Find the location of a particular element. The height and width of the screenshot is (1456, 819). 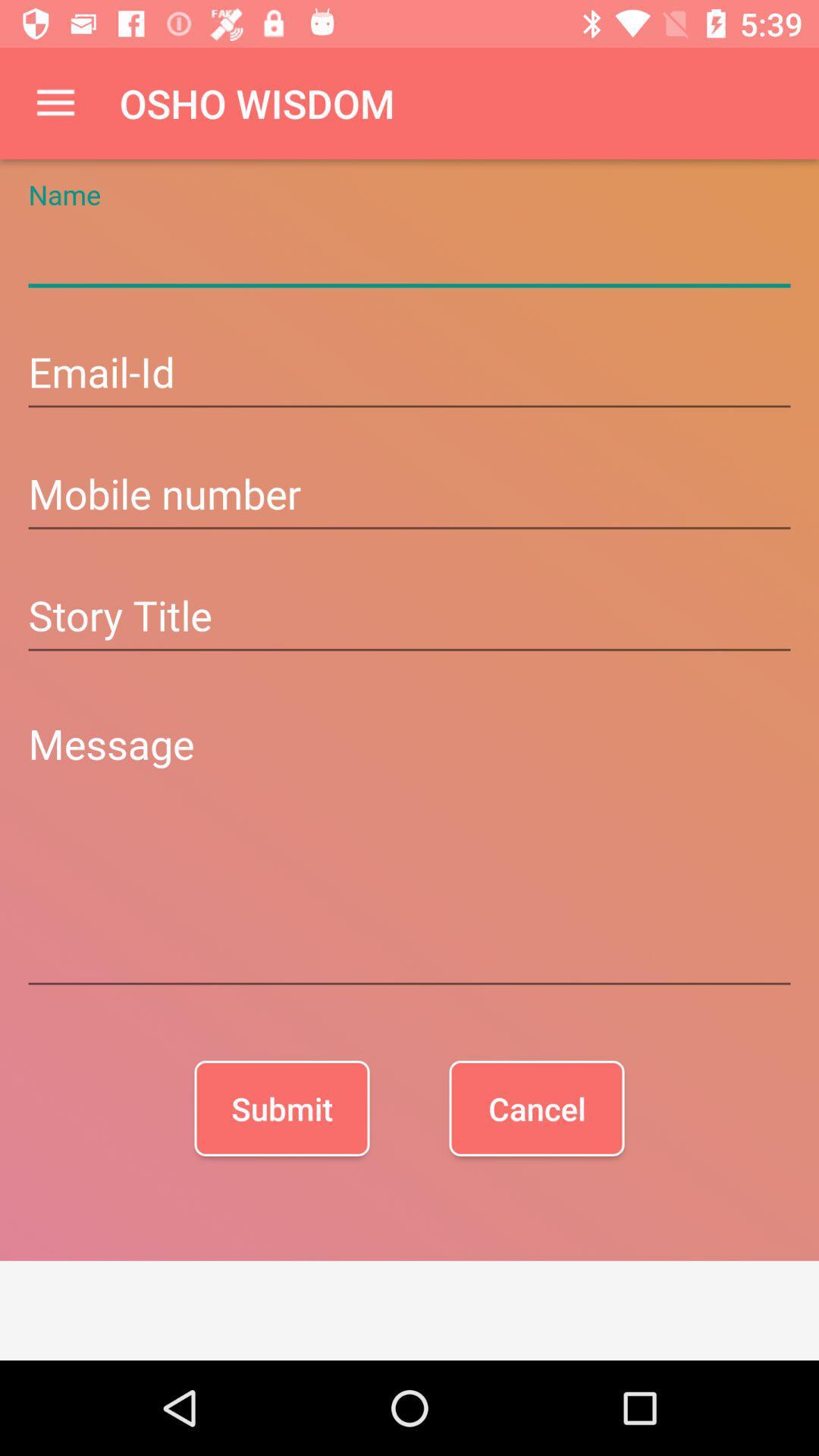

type message is located at coordinates (409, 851).